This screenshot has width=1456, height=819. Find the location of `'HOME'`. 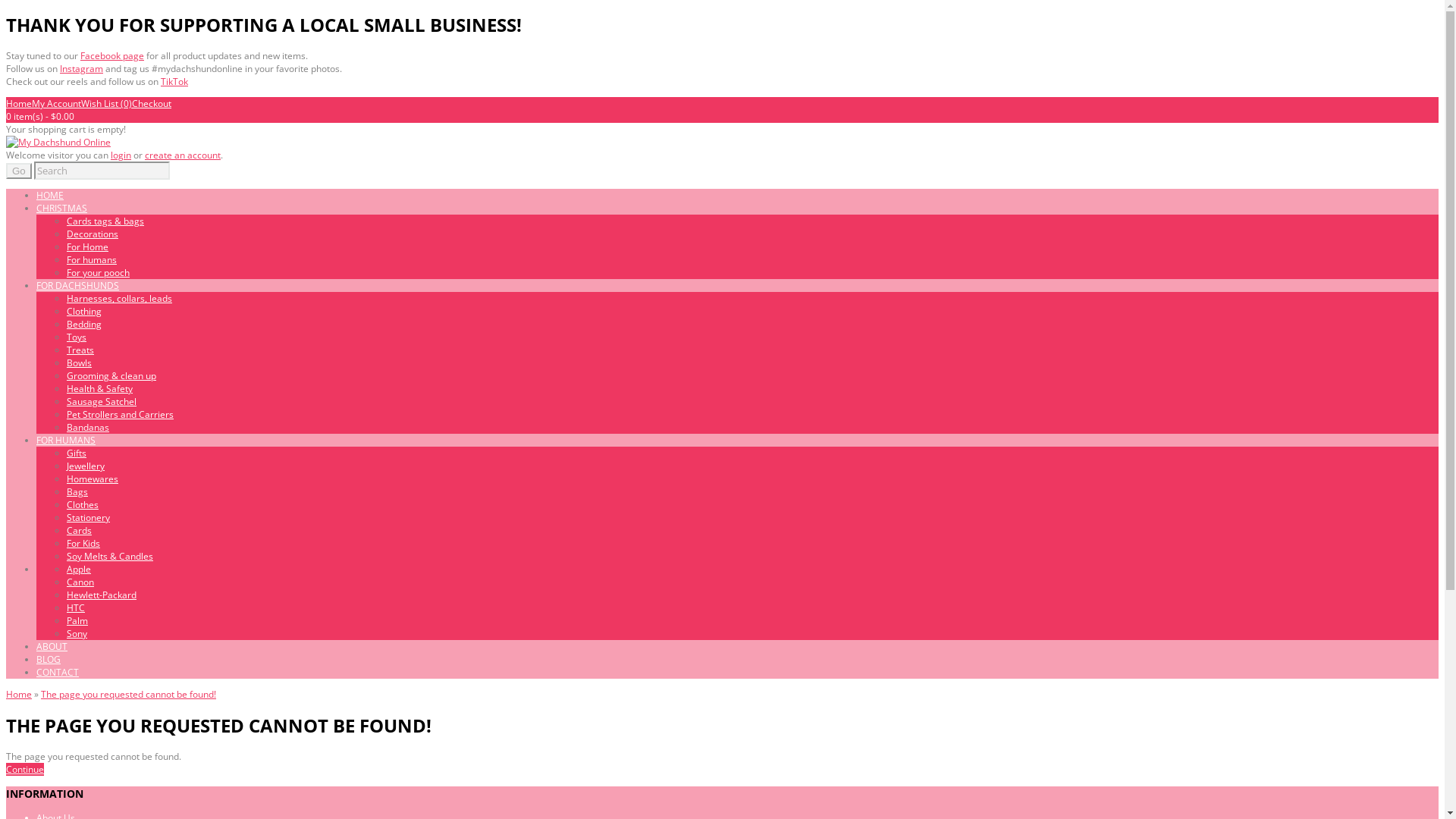

'HOME' is located at coordinates (50, 194).